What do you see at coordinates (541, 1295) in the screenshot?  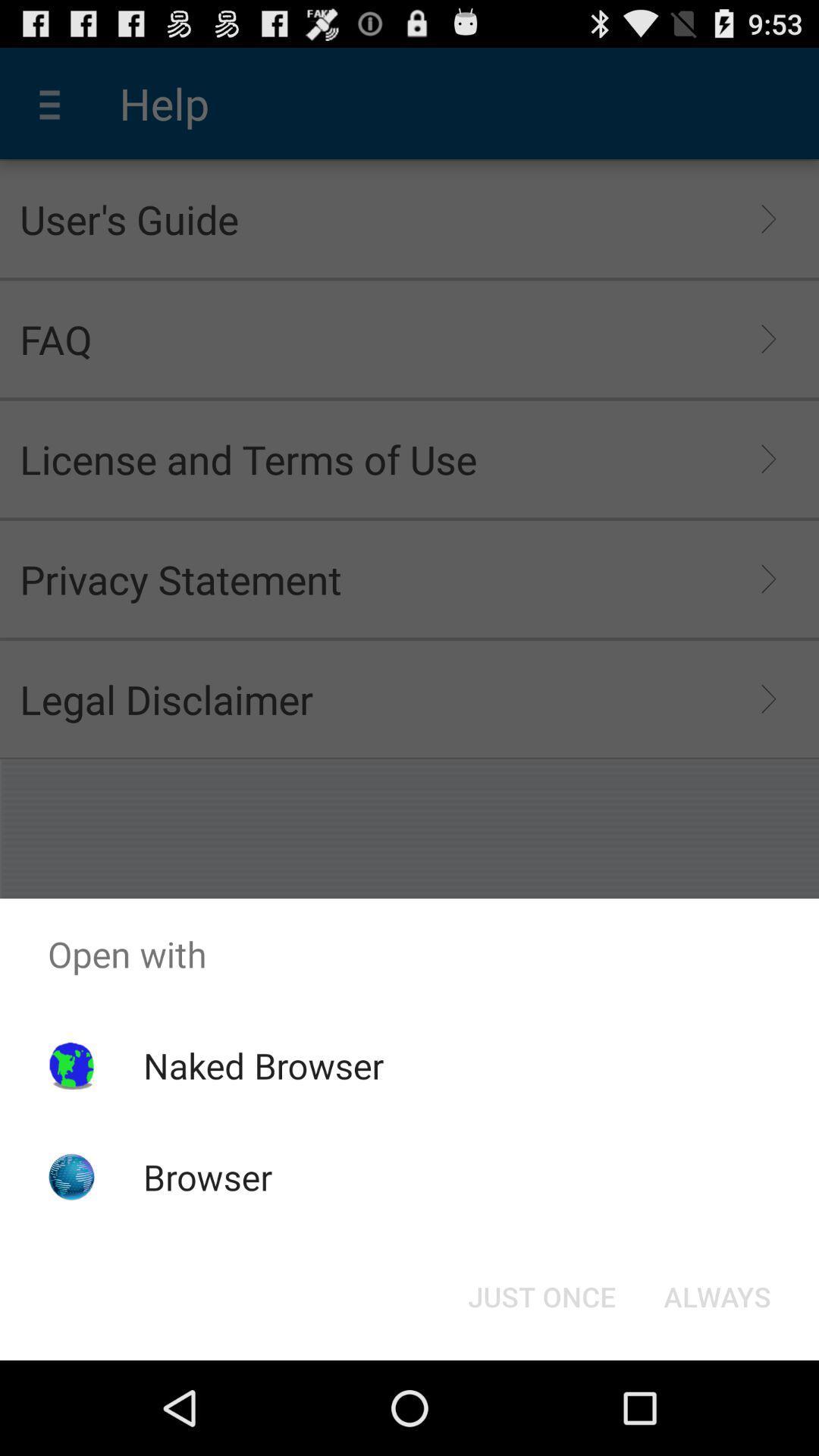 I see `the just once button` at bounding box center [541, 1295].